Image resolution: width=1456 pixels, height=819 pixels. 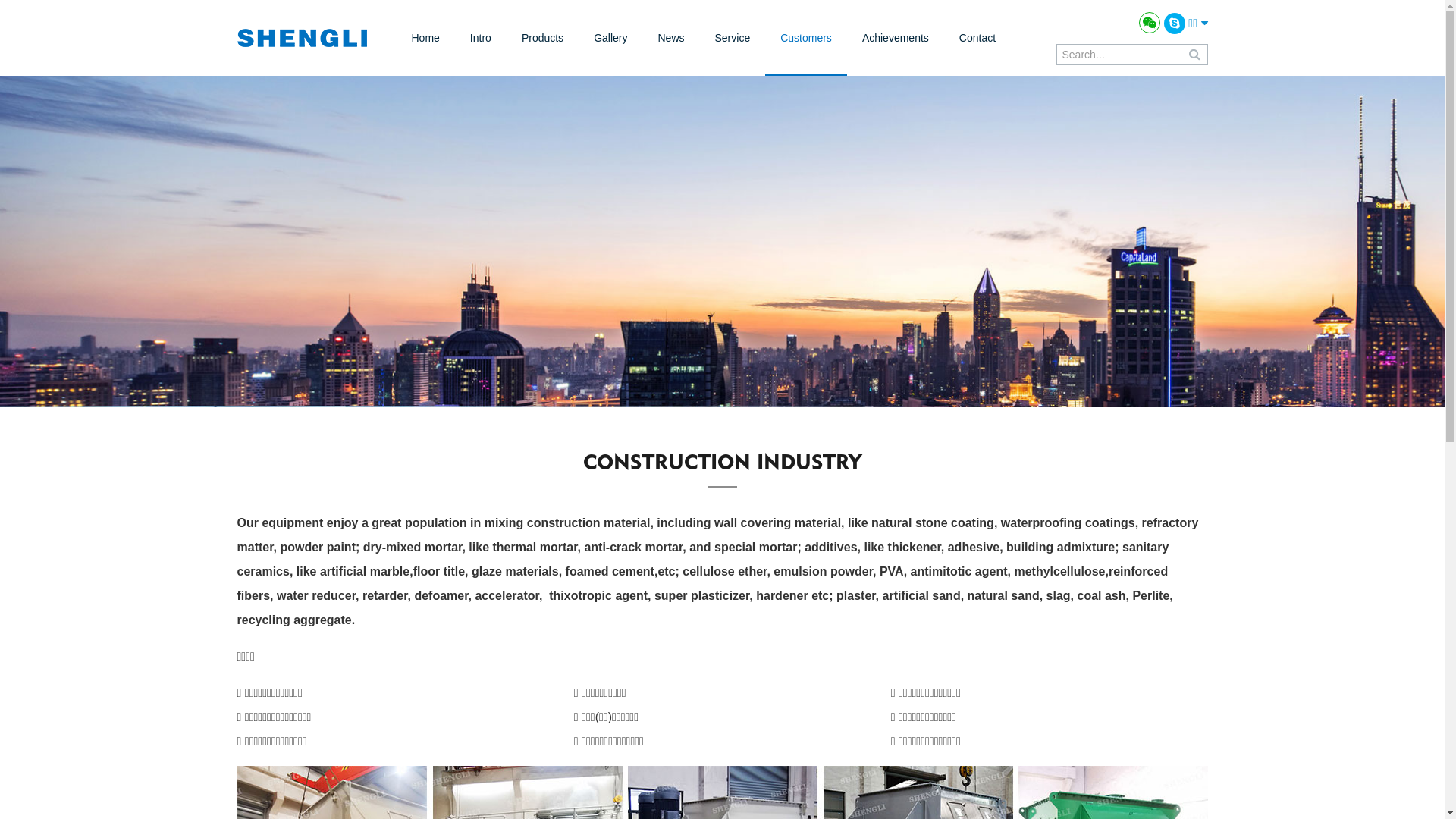 What do you see at coordinates (670, 37) in the screenshot?
I see `'News'` at bounding box center [670, 37].